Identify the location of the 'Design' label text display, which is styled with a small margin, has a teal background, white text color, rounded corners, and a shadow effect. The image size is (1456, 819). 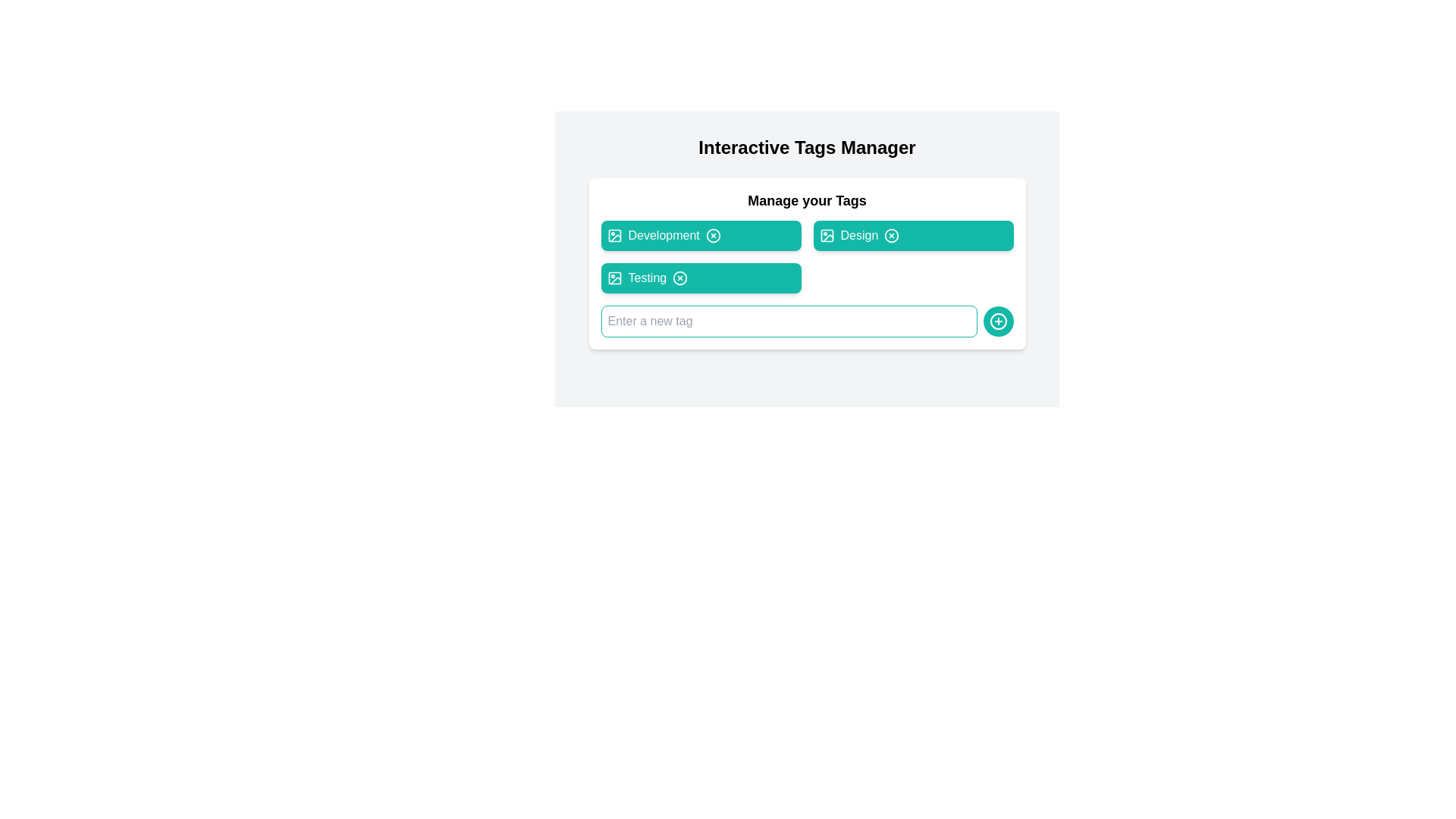
(859, 236).